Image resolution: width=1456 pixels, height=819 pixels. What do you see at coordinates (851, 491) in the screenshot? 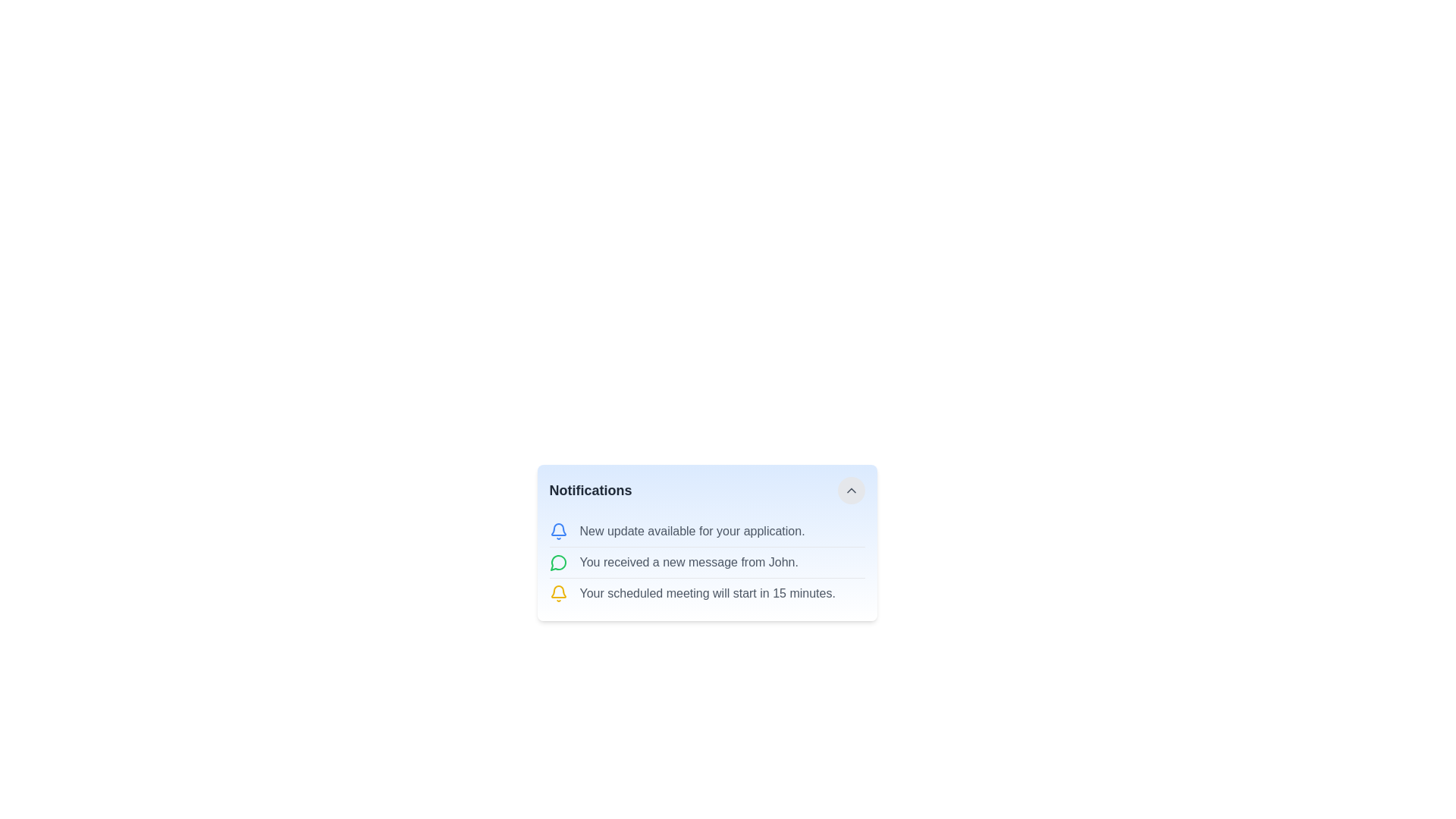
I see `the button that collapses or minimizes the notification panel, located near the top-right corner of the notification panel, to the right of the title 'Notifications.'` at bounding box center [851, 491].